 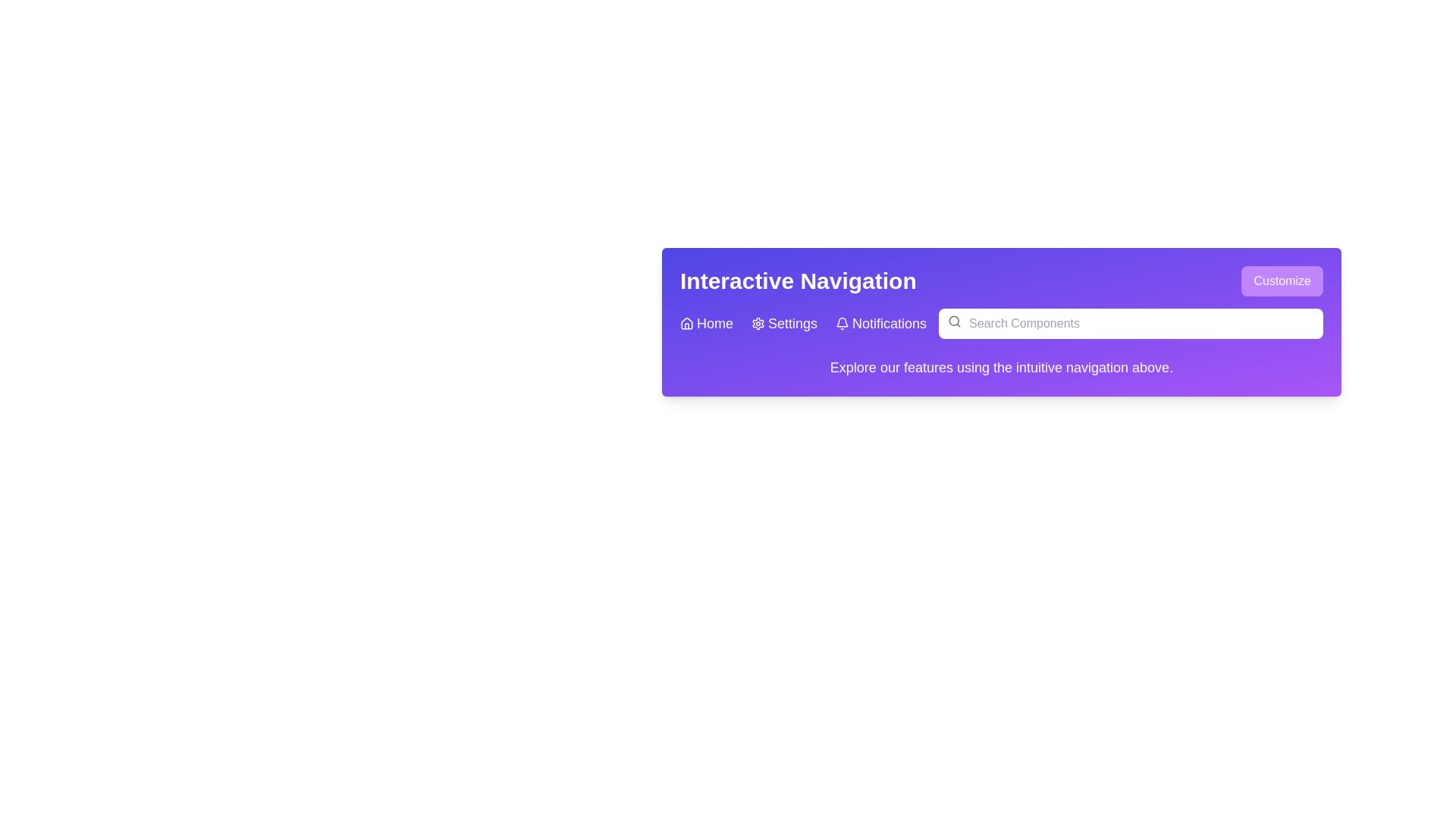 What do you see at coordinates (686, 323) in the screenshot?
I see `the house-shaped icon outlined in white, located in the purple background area of the navigation bar` at bounding box center [686, 323].